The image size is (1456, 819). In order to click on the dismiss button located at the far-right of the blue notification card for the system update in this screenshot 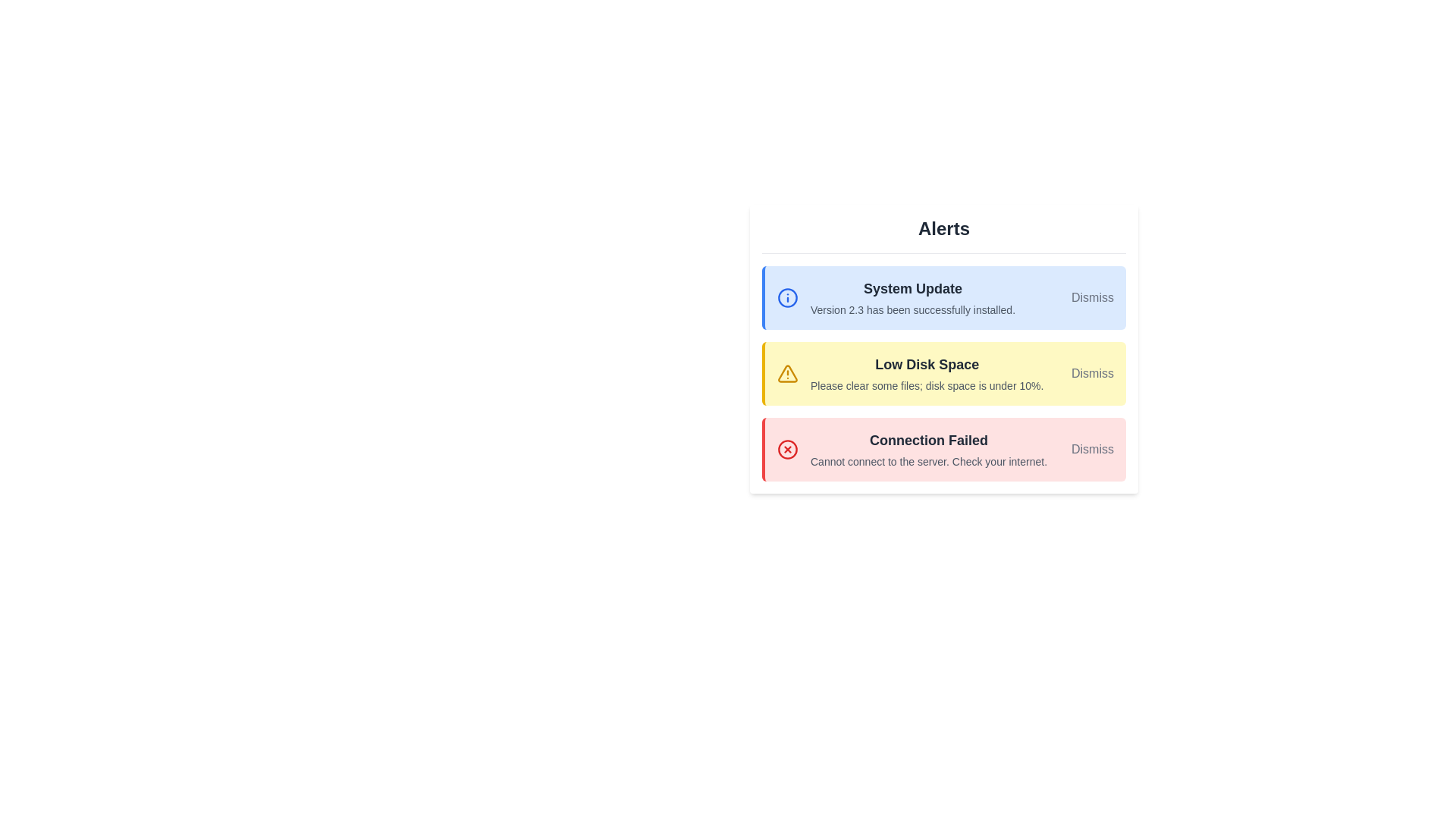, I will do `click(1092, 298)`.